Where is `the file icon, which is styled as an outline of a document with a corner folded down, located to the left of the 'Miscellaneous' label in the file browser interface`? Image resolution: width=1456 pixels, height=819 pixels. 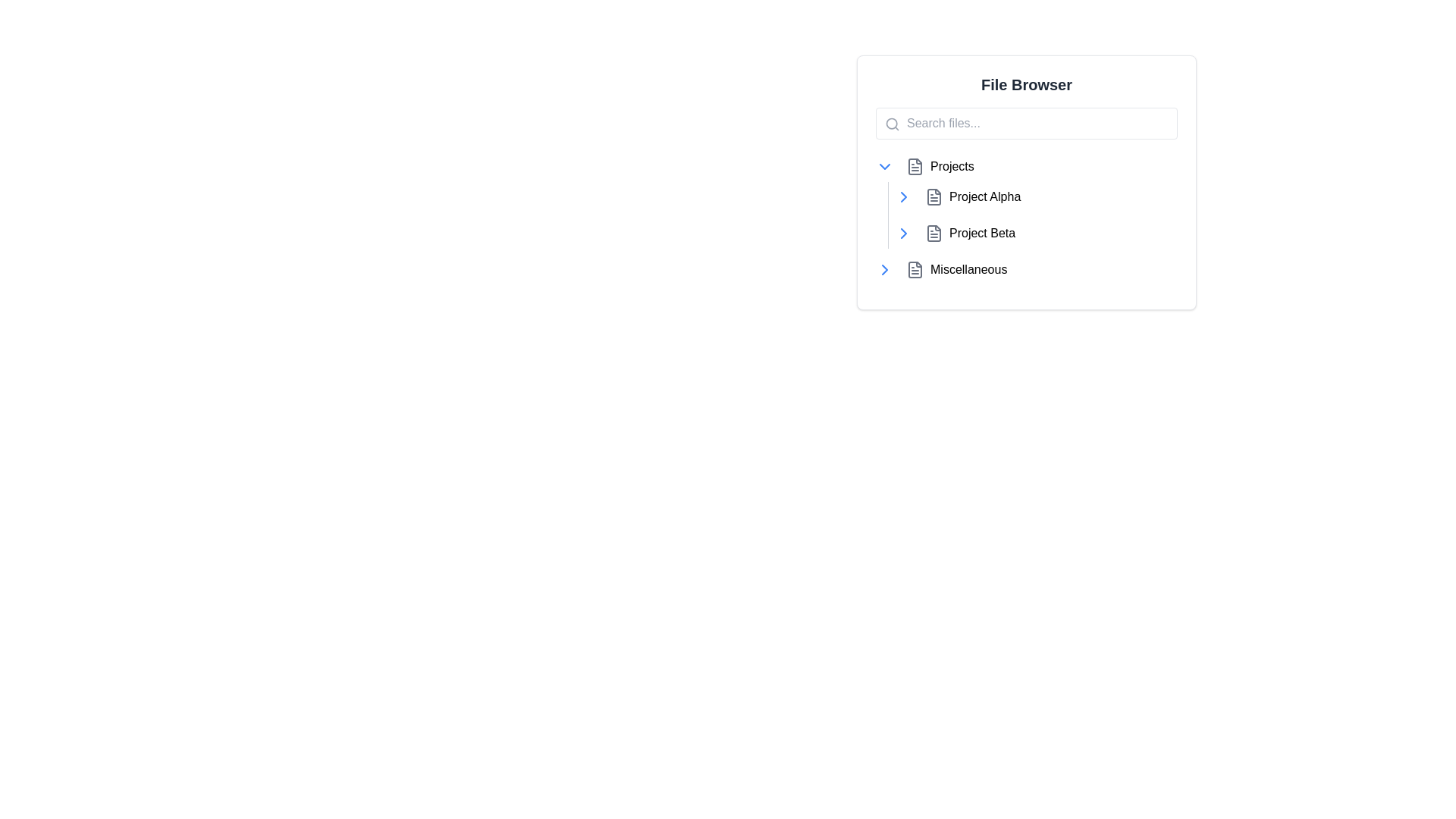 the file icon, which is styled as an outline of a document with a corner folded down, located to the left of the 'Miscellaneous' label in the file browser interface is located at coordinates (914, 268).